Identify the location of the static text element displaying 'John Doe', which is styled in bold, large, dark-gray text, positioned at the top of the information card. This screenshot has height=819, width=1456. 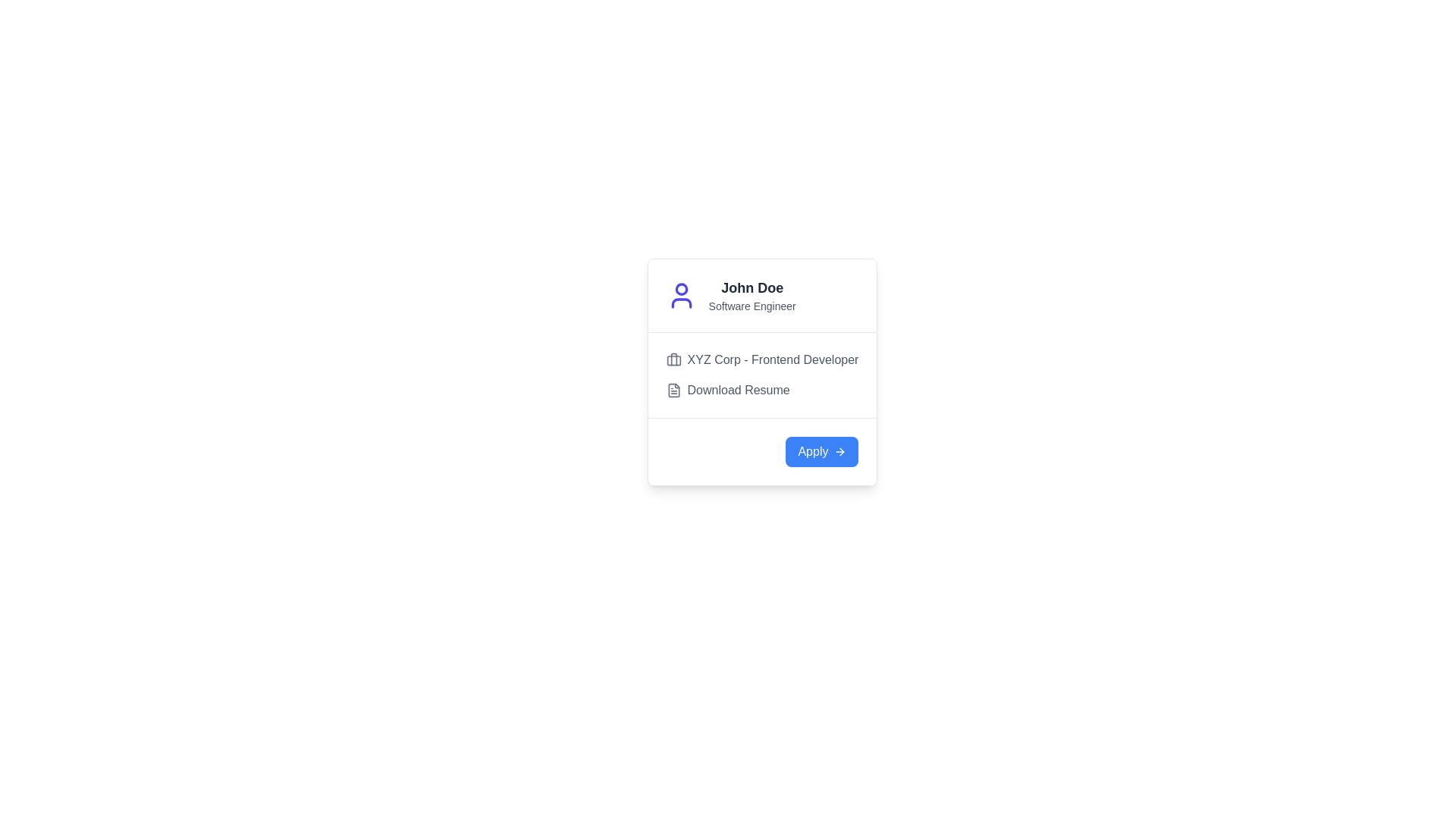
(752, 288).